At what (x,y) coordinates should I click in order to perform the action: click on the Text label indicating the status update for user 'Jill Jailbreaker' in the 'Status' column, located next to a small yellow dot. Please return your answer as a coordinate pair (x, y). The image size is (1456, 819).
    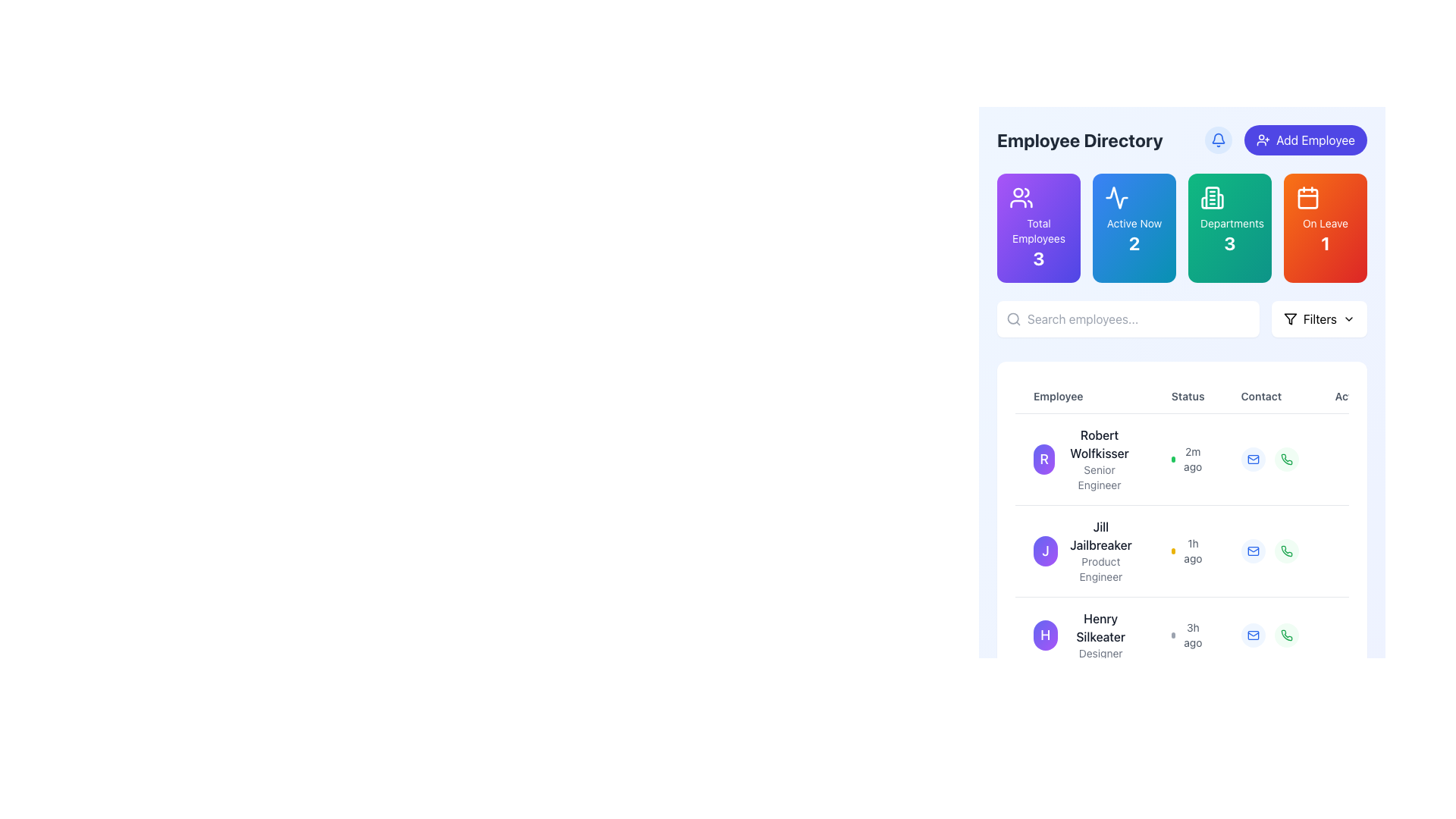
    Looking at the image, I should click on (1192, 551).